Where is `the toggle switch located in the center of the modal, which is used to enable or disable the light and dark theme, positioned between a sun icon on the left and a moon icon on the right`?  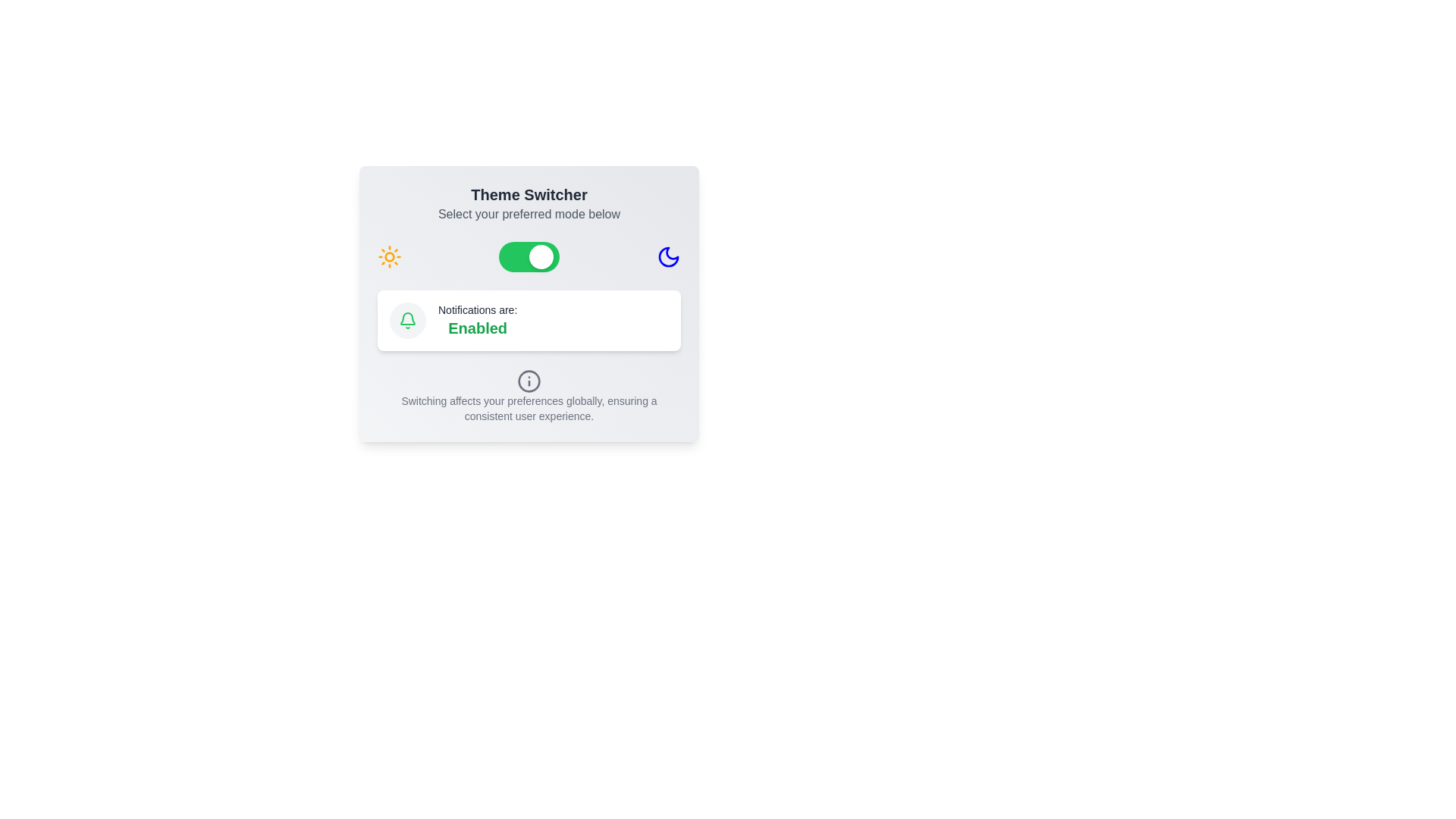 the toggle switch located in the center of the modal, which is used to enable or disable the light and dark theme, positioned between a sun icon on the left and a moon icon on the right is located at coordinates (529, 256).